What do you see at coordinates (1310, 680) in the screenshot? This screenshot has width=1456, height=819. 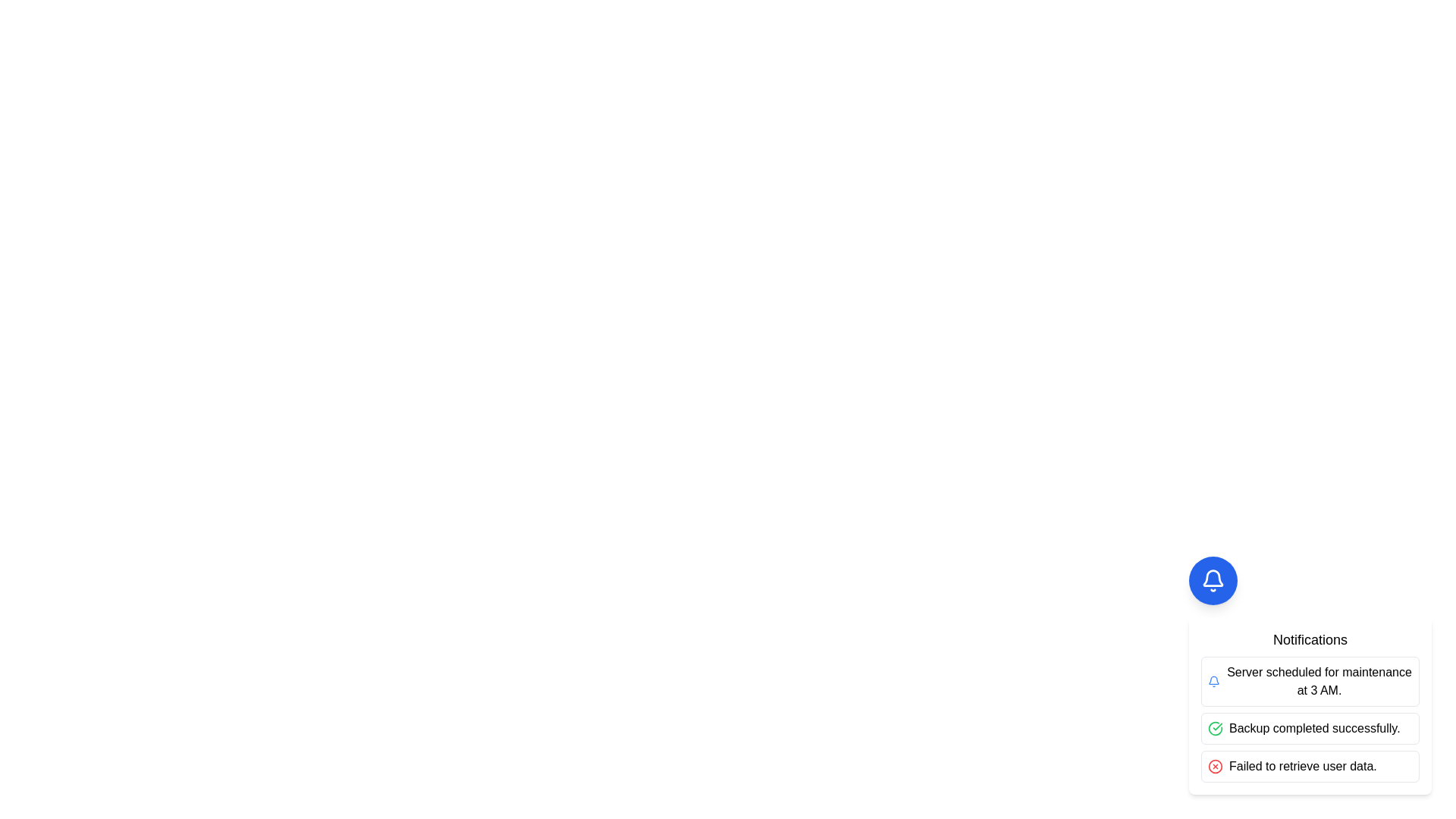 I see `text of the first notification card, which contains the message 'Server scheduled for maintenance at 3 AM.'` at bounding box center [1310, 680].